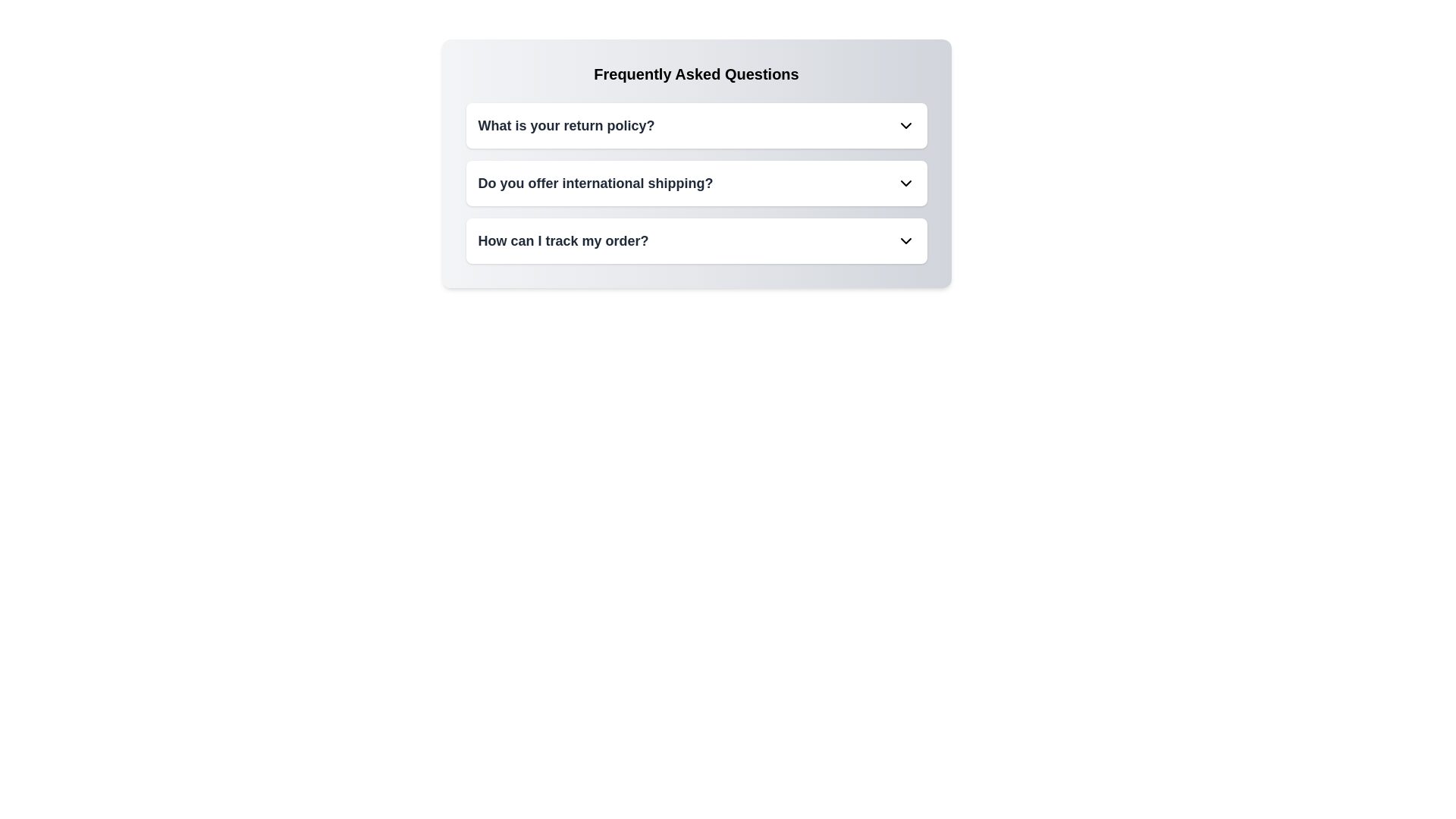 The image size is (1456, 819). Describe the element at coordinates (695, 183) in the screenshot. I see `the FAQ item corresponding to Do you offer international shipping? to expand or collapse it` at that location.